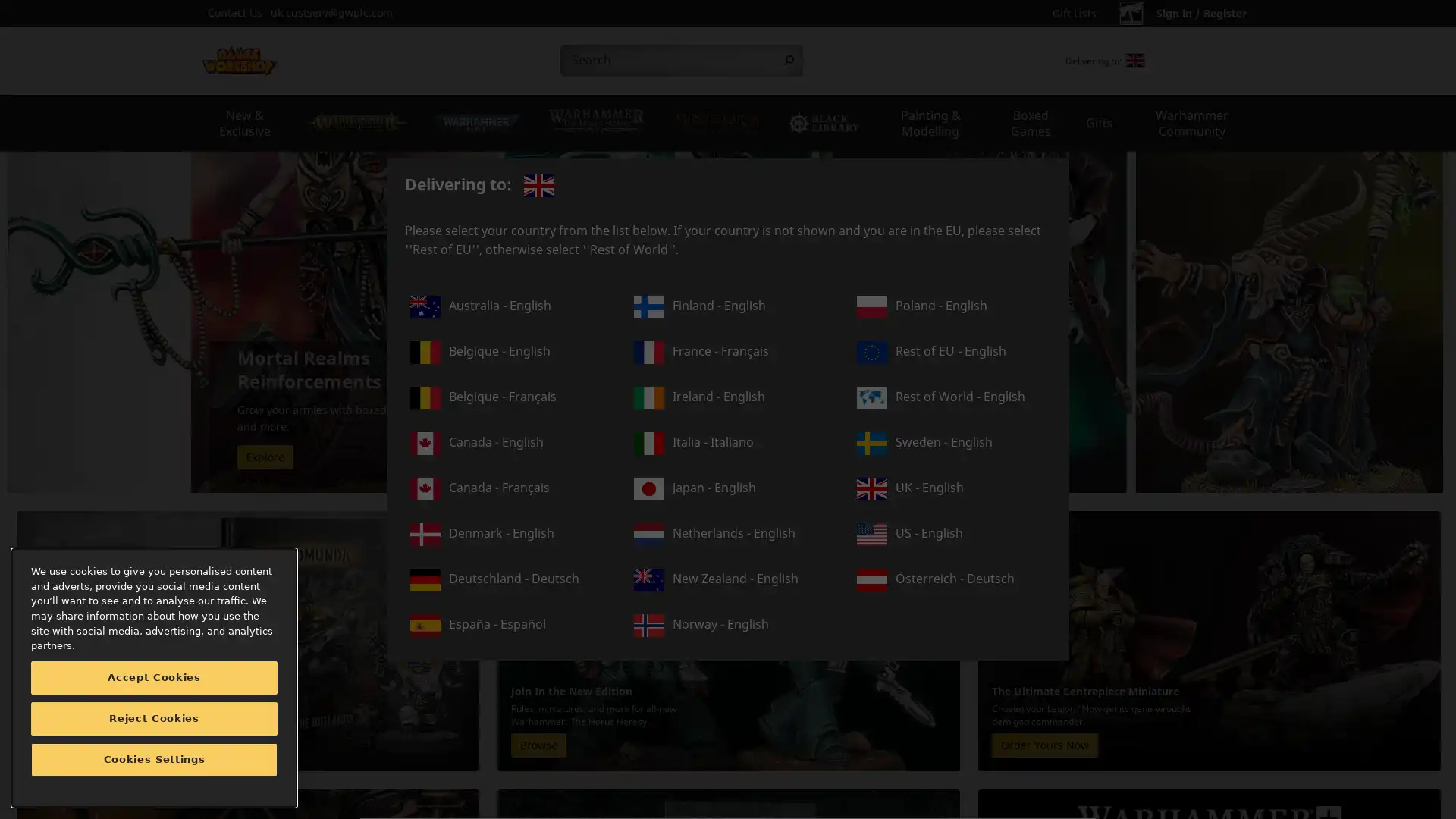  I want to click on Cookies Settings, so click(154, 760).